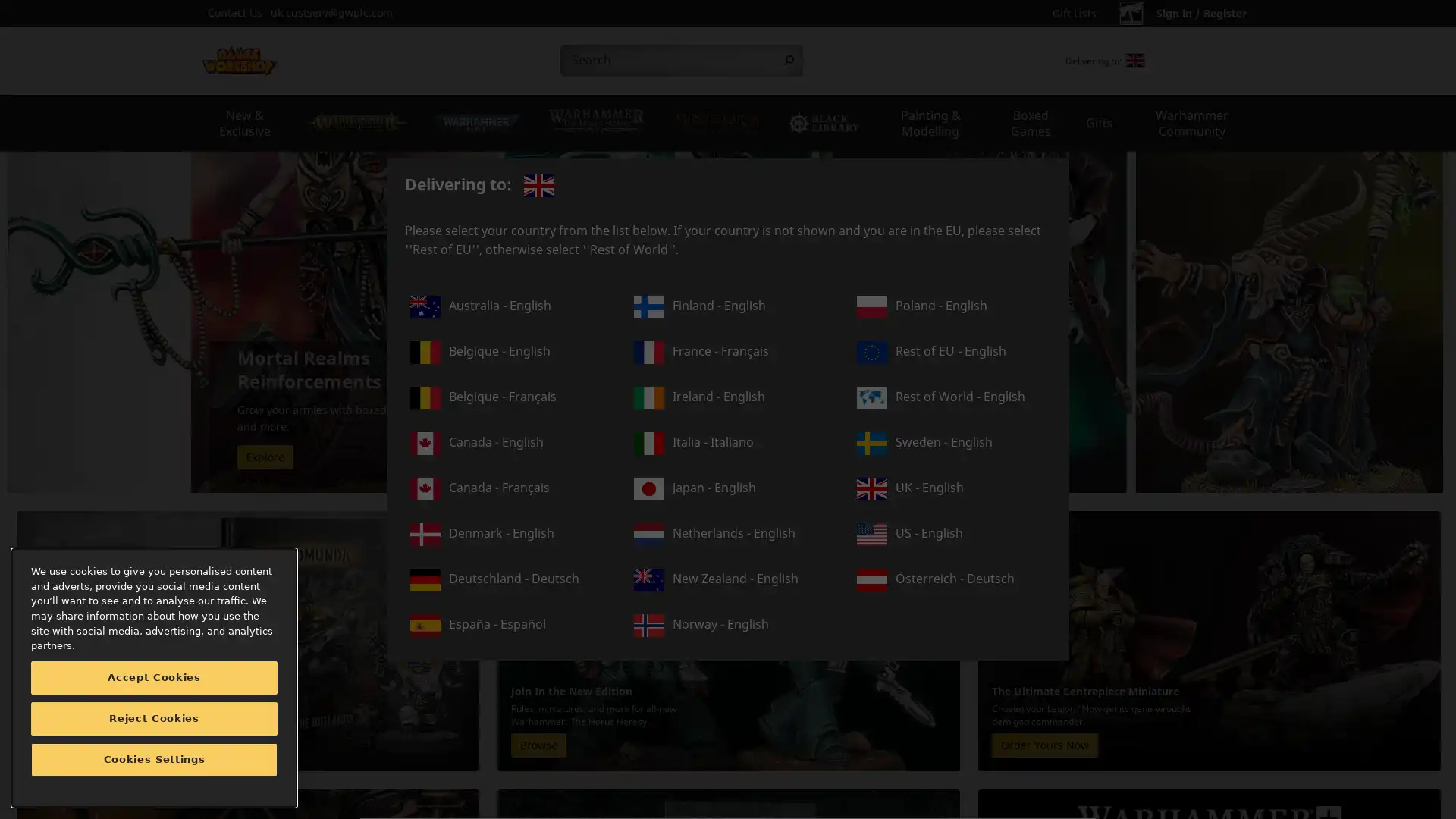  I want to click on Cookies Settings, so click(154, 760).